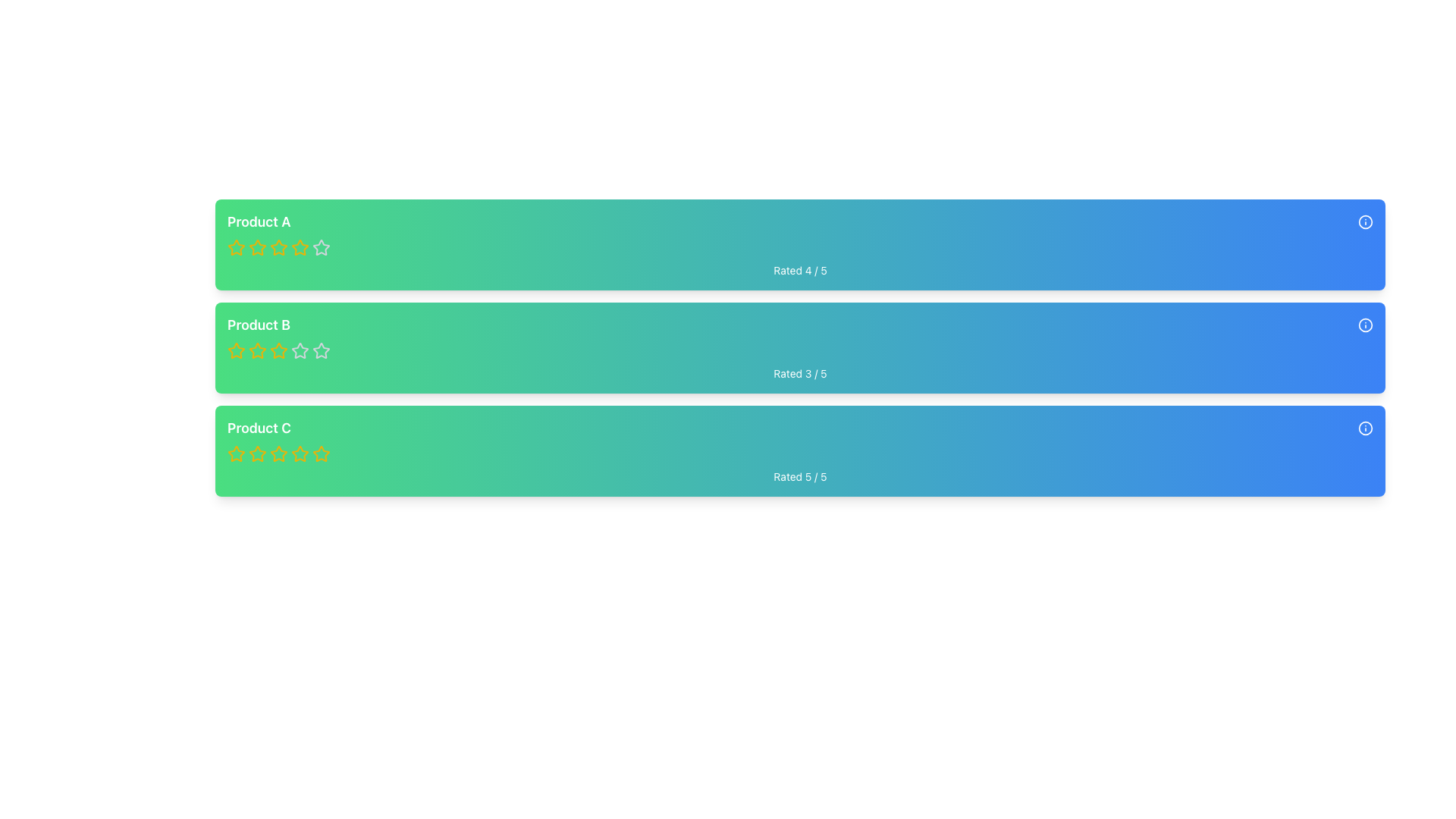 The height and width of the screenshot is (819, 1456). Describe the element at coordinates (259, 324) in the screenshot. I see `the text label that identifies the second product entry in a vertically stacked list of product entries` at that location.